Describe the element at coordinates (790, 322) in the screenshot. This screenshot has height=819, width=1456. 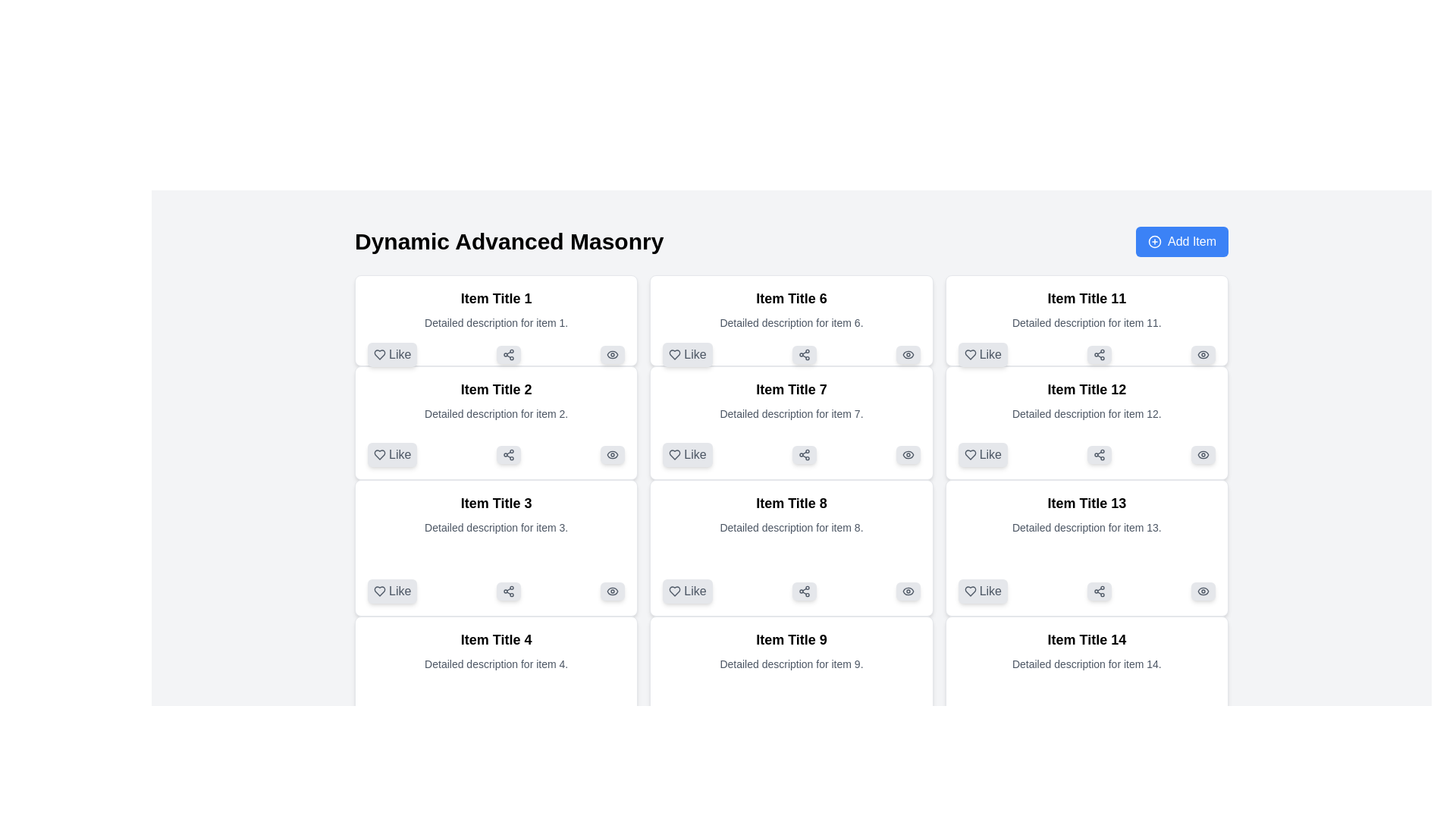
I see `the static textual content providing details about 'Item 6', located in the second row and second column of the grid layout, under the heading 'Item Title 6'` at that location.